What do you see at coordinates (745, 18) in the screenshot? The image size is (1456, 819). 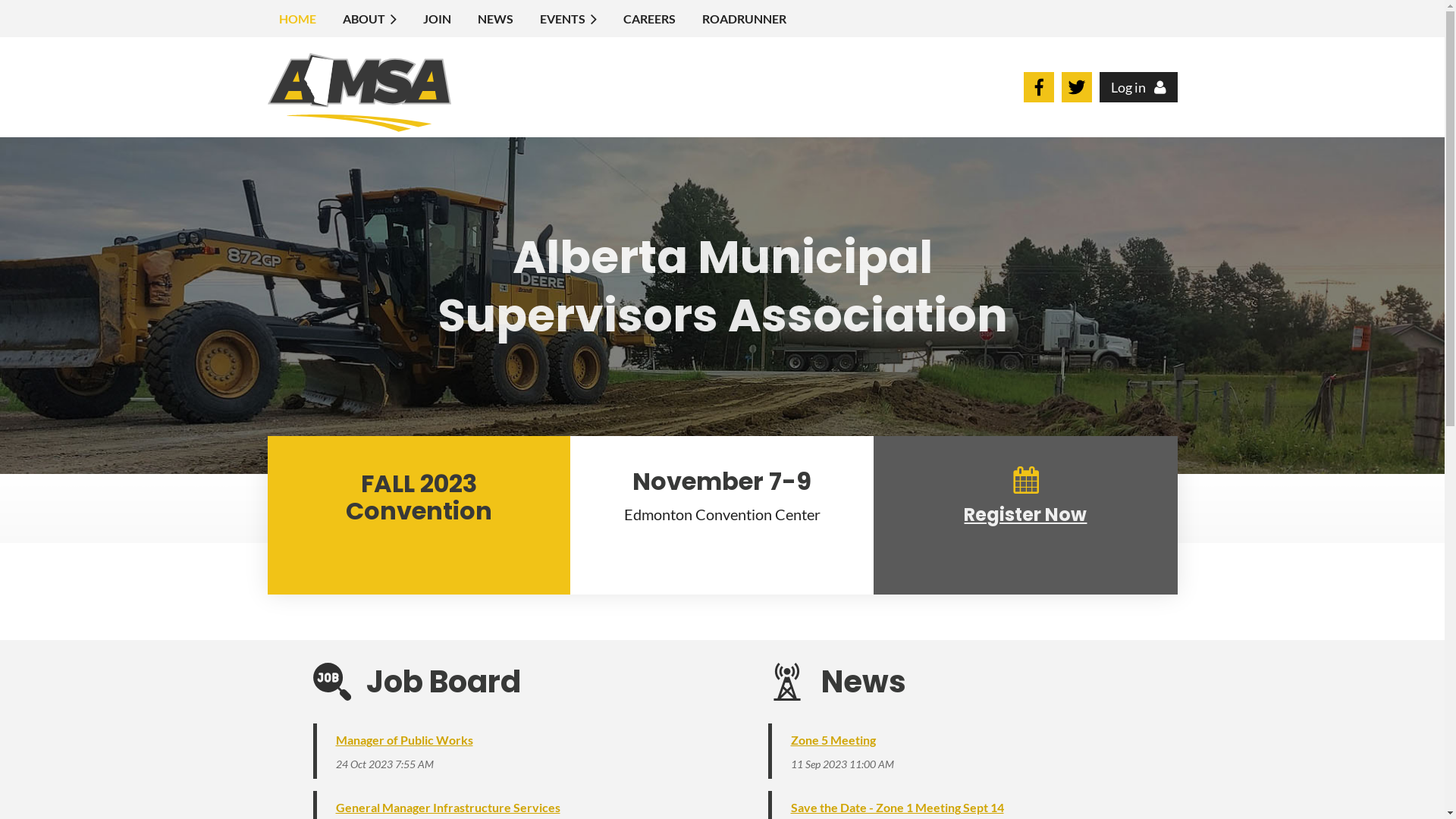 I see `'ROADRUNNER'` at bounding box center [745, 18].